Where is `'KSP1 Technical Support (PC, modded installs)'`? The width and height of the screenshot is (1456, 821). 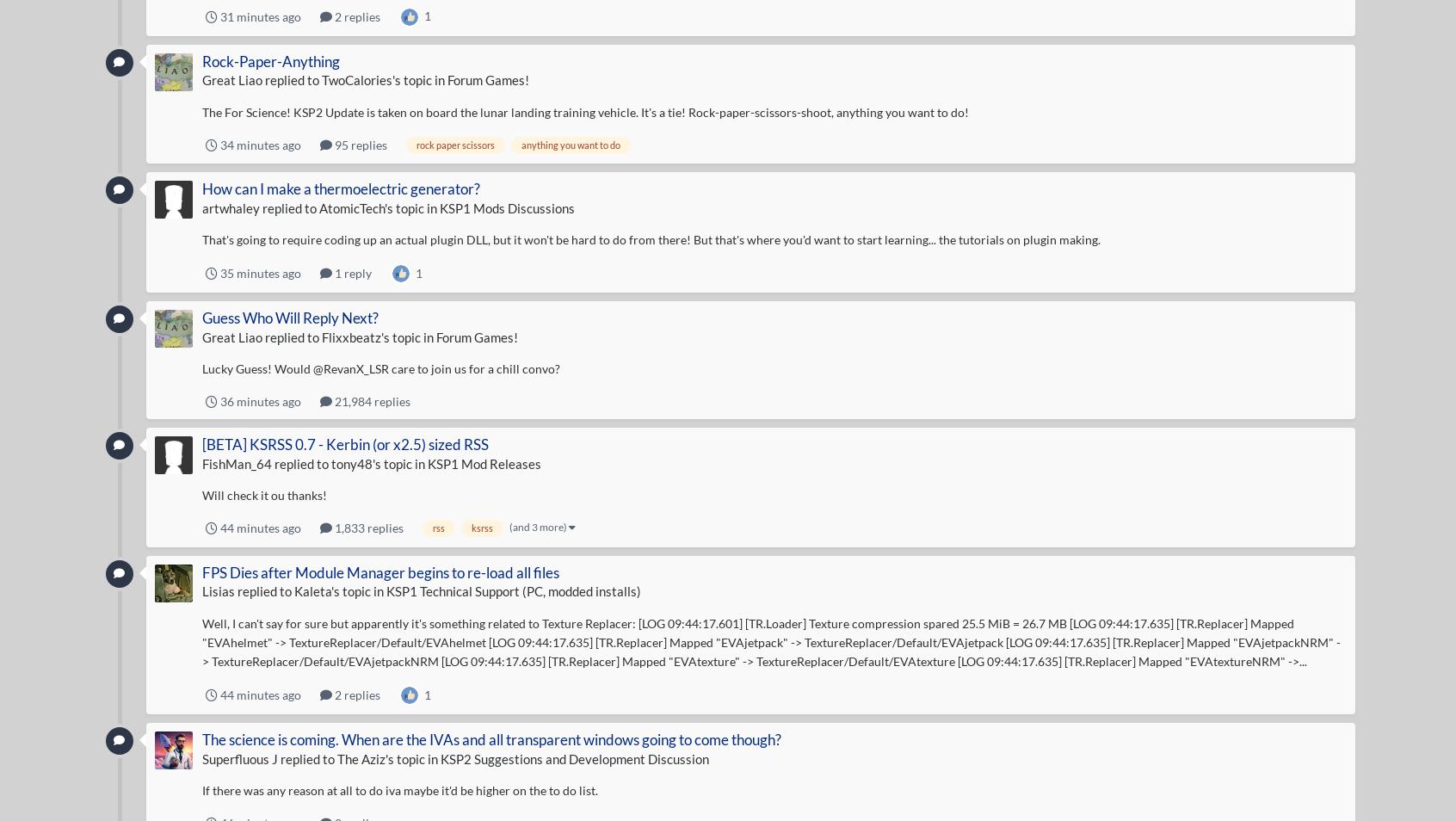 'KSP1 Technical Support (PC, modded installs)' is located at coordinates (511, 590).